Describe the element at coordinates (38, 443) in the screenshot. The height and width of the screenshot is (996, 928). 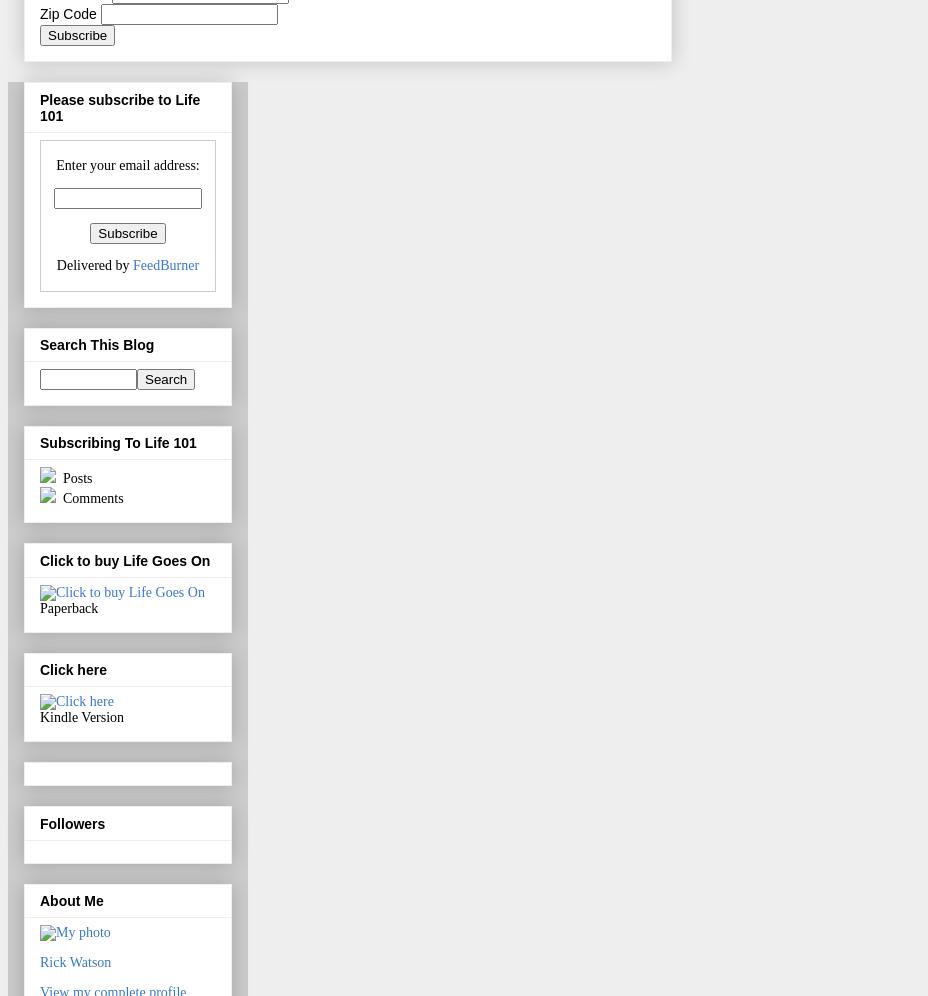
I see `'Subscribing To Life 101'` at that location.